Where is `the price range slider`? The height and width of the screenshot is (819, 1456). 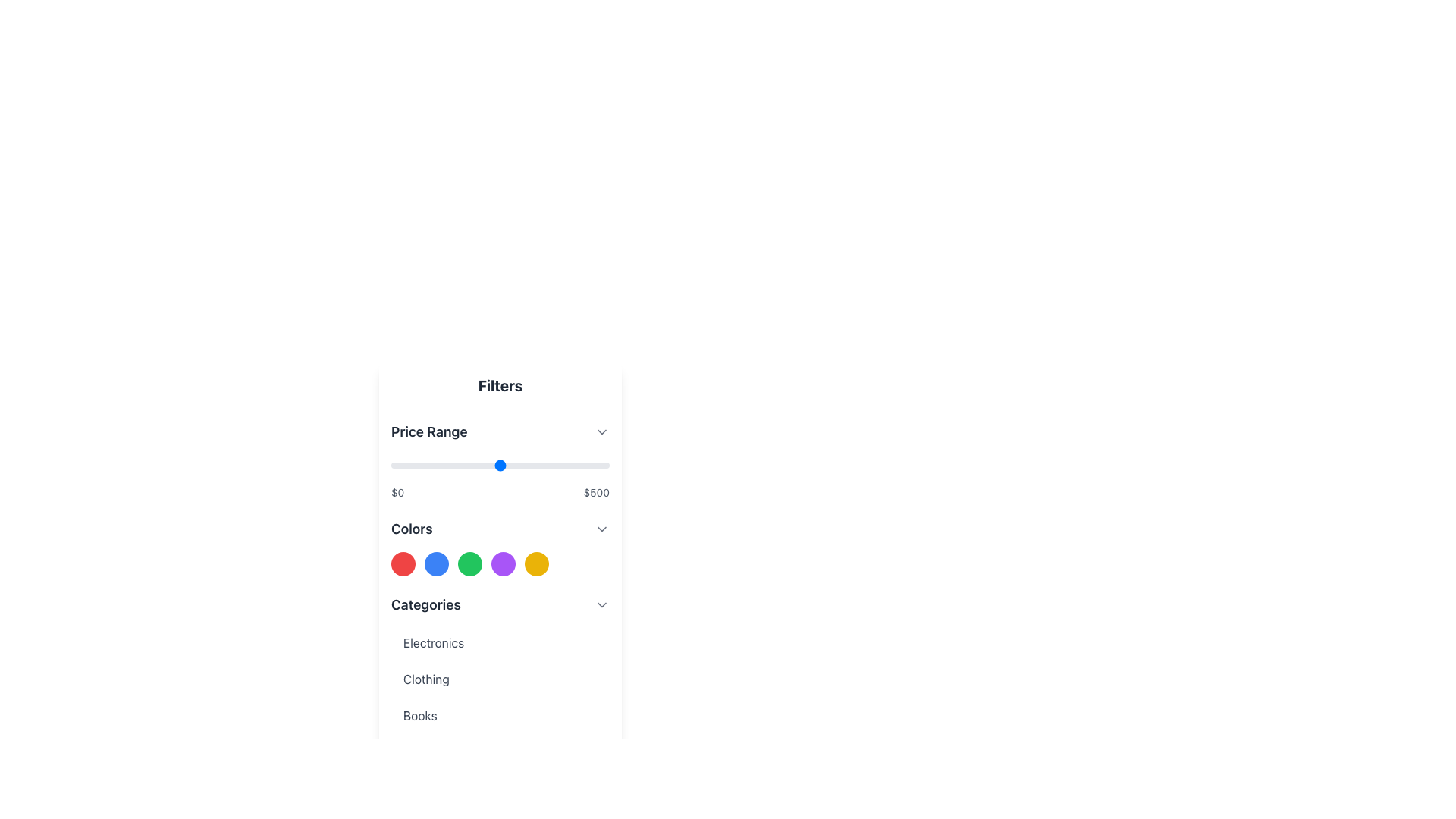 the price range slider is located at coordinates (513, 464).